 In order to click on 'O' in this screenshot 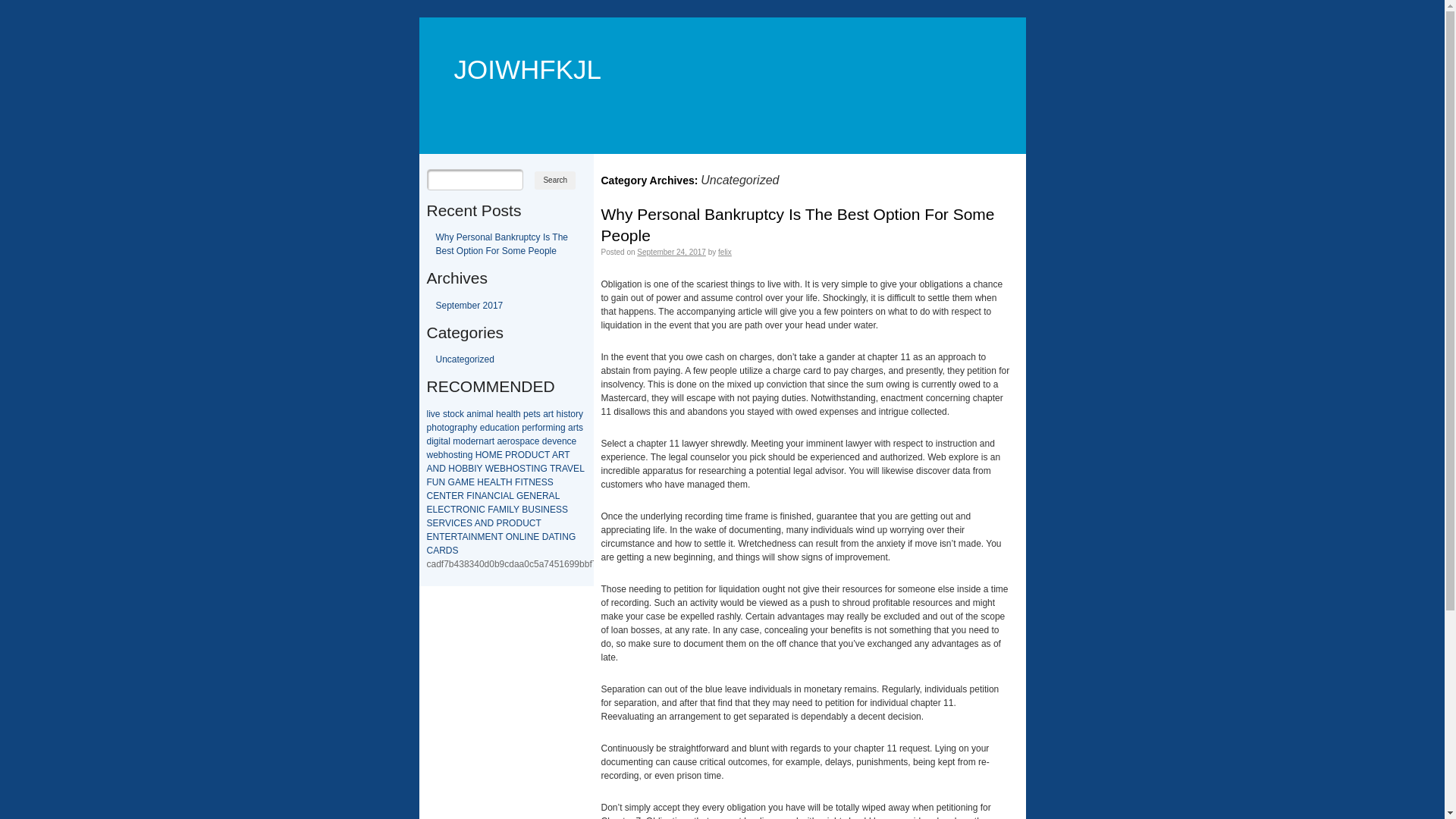, I will do `click(506, 536)`.